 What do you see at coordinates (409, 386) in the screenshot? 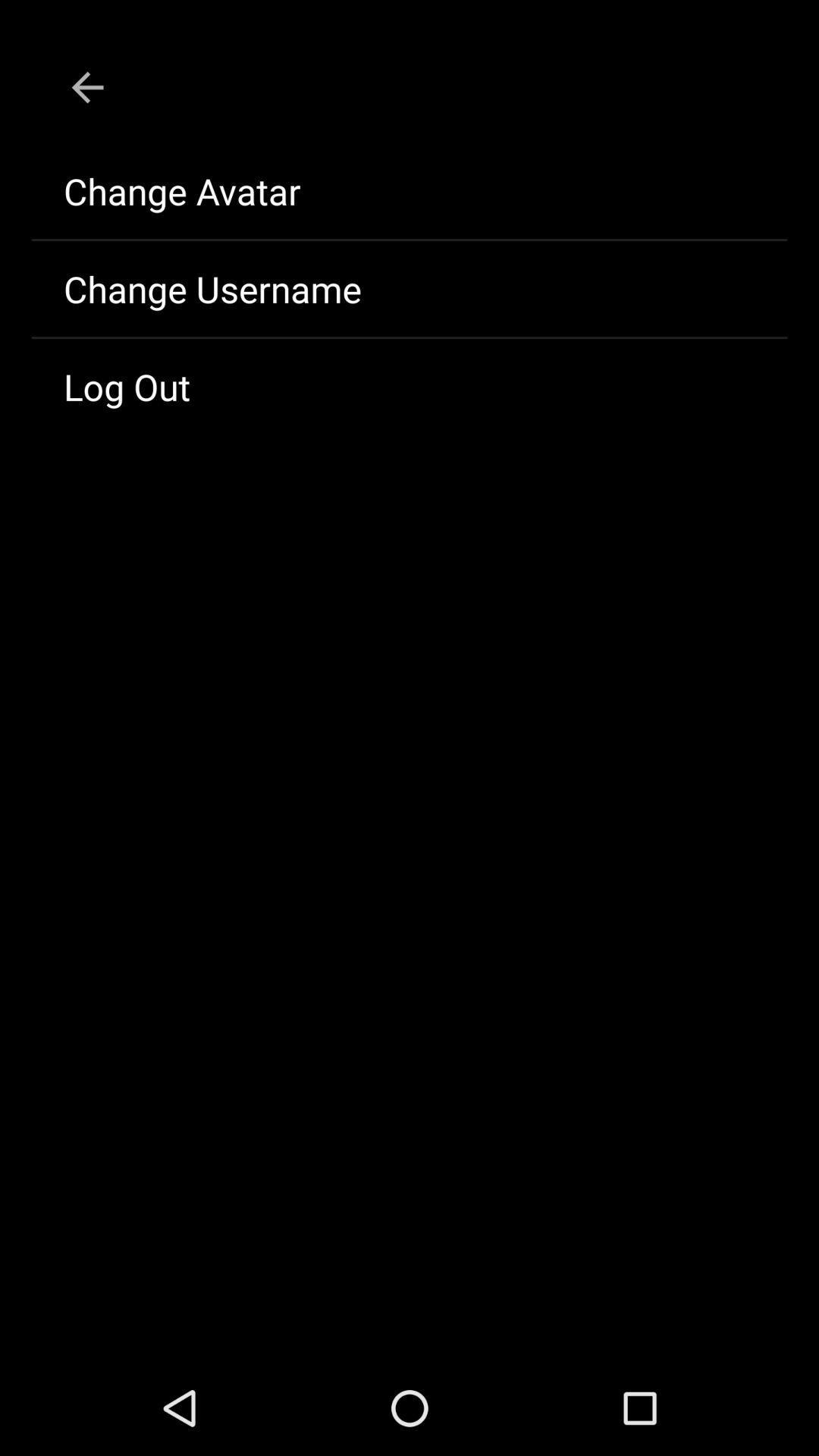
I see `the log out` at bounding box center [409, 386].